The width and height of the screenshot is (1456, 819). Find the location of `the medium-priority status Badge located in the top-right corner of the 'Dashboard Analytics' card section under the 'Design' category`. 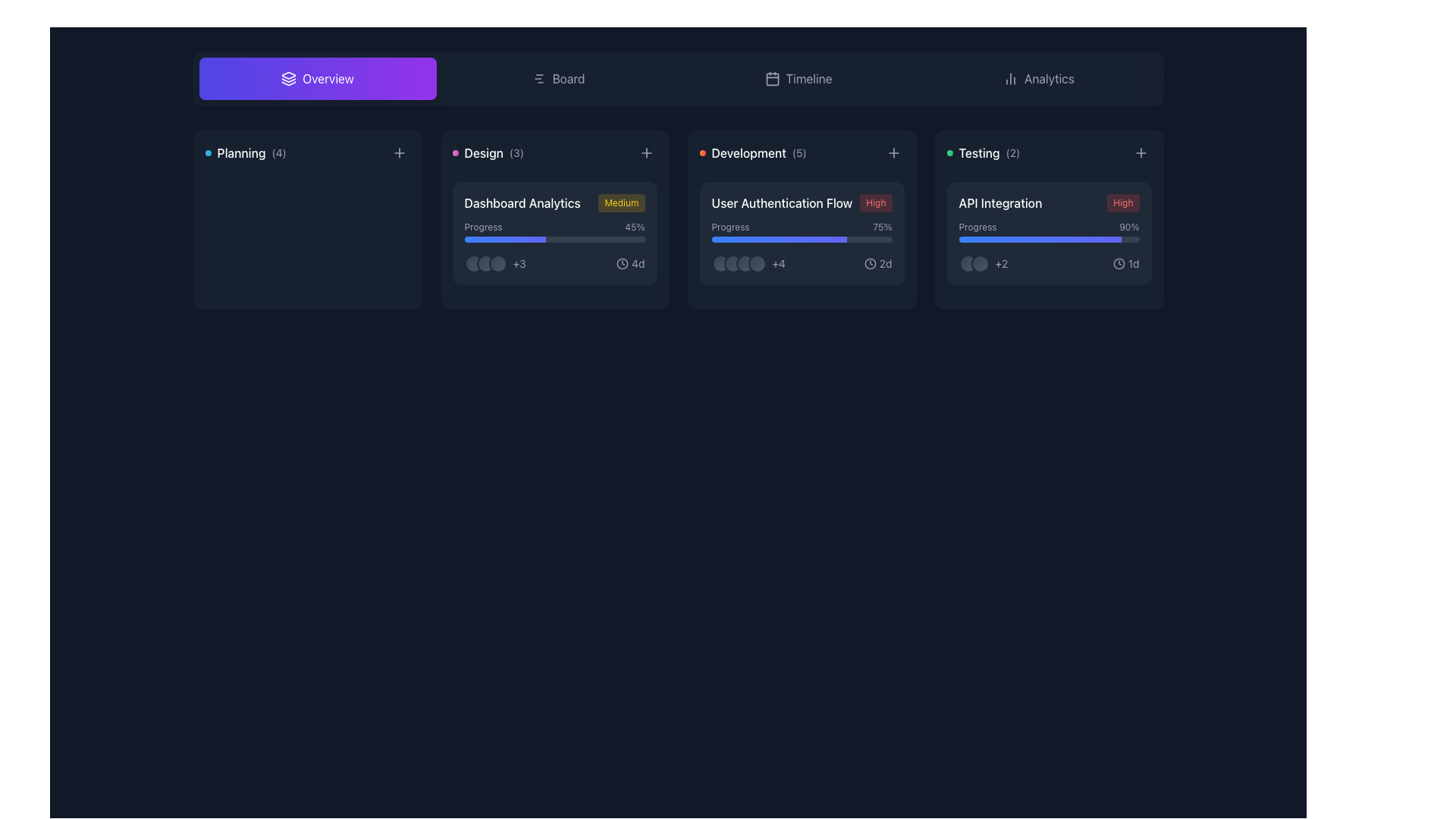

the medium-priority status Badge located in the top-right corner of the 'Dashboard Analytics' card section under the 'Design' category is located at coordinates (622, 202).